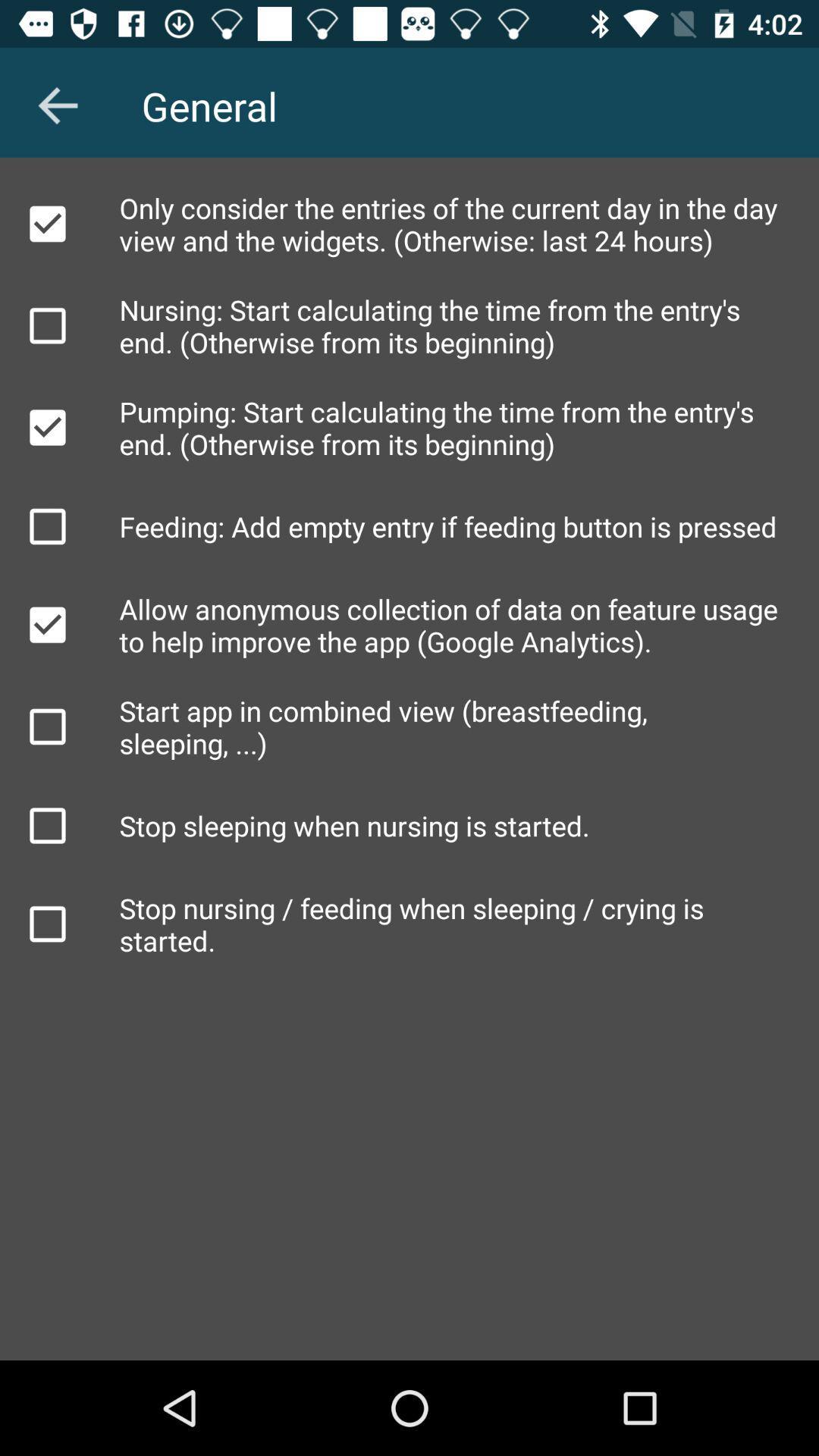 This screenshot has height=1456, width=819. Describe the element at coordinates (46, 223) in the screenshot. I see `this field` at that location.